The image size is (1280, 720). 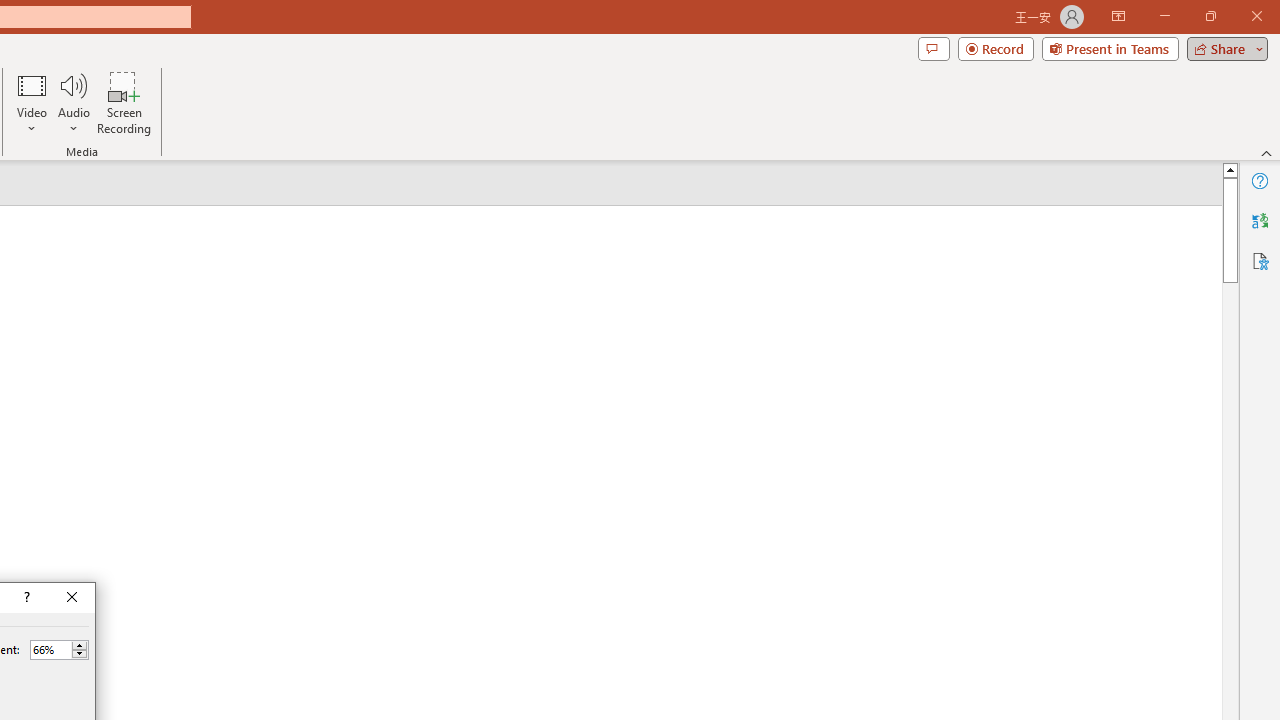 I want to click on 'Percent', so click(x=59, y=650).